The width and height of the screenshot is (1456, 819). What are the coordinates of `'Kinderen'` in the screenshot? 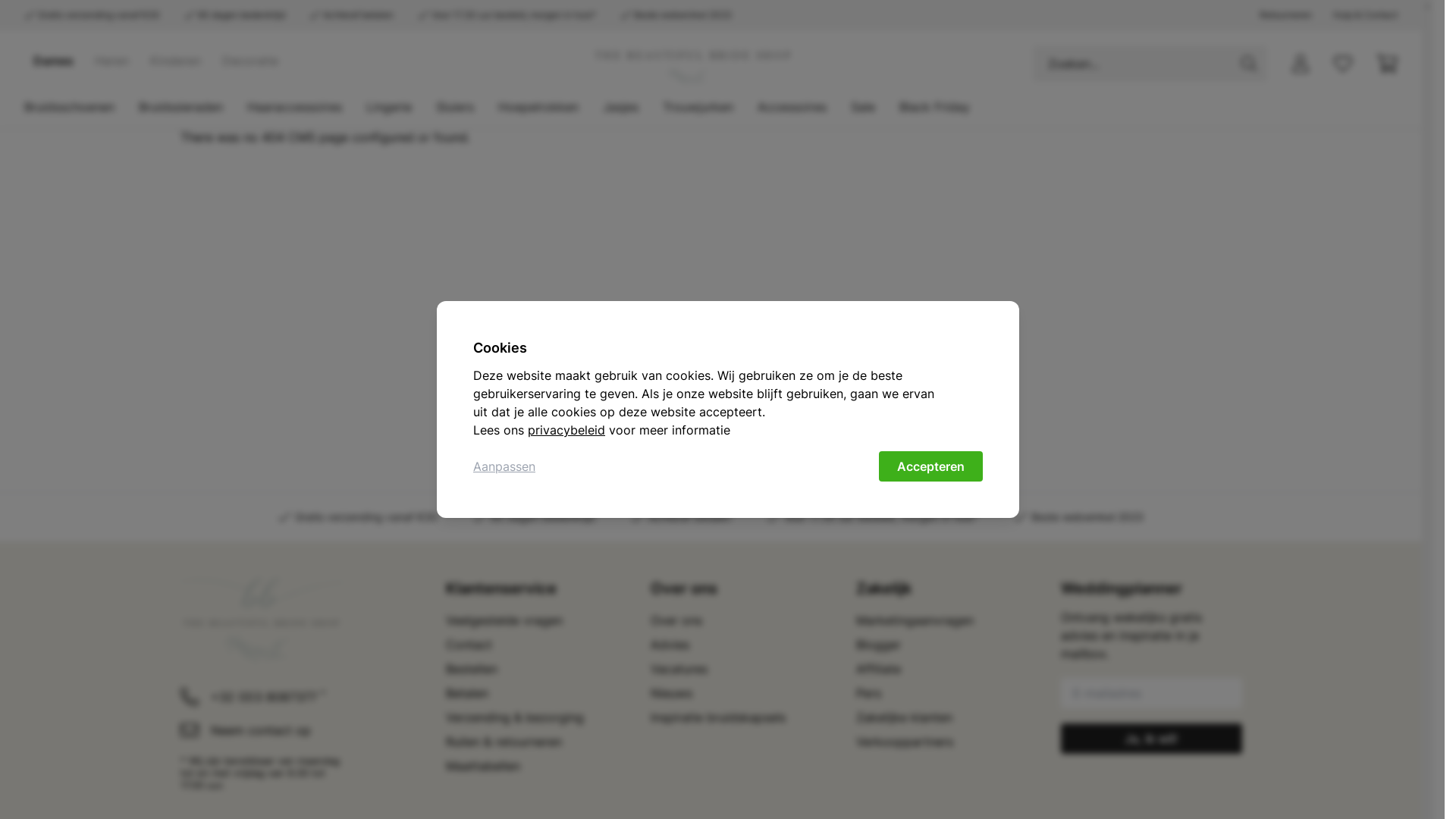 It's located at (175, 60).